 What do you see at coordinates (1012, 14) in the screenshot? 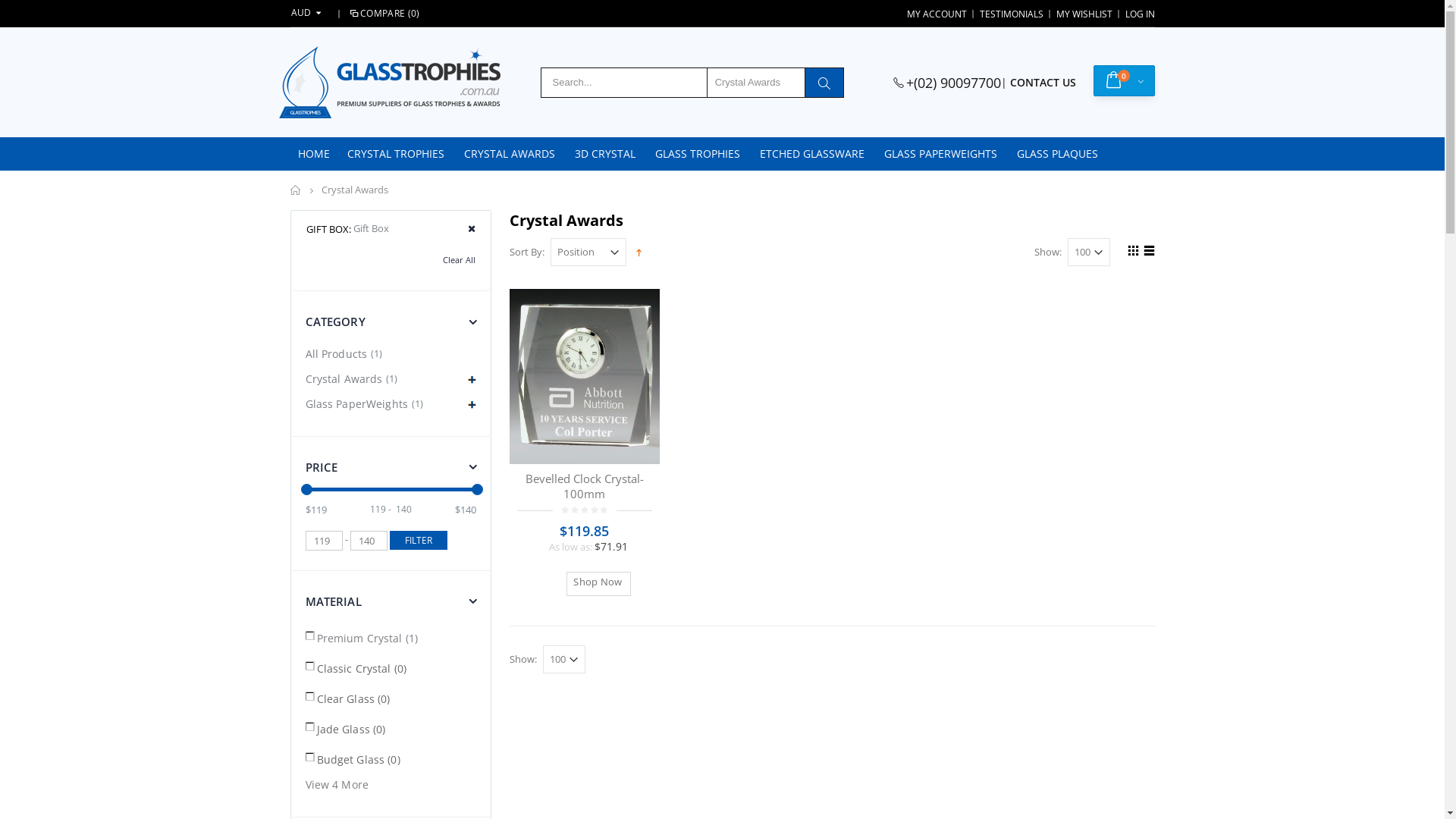
I see `'TESTIMONIALS'` at bounding box center [1012, 14].